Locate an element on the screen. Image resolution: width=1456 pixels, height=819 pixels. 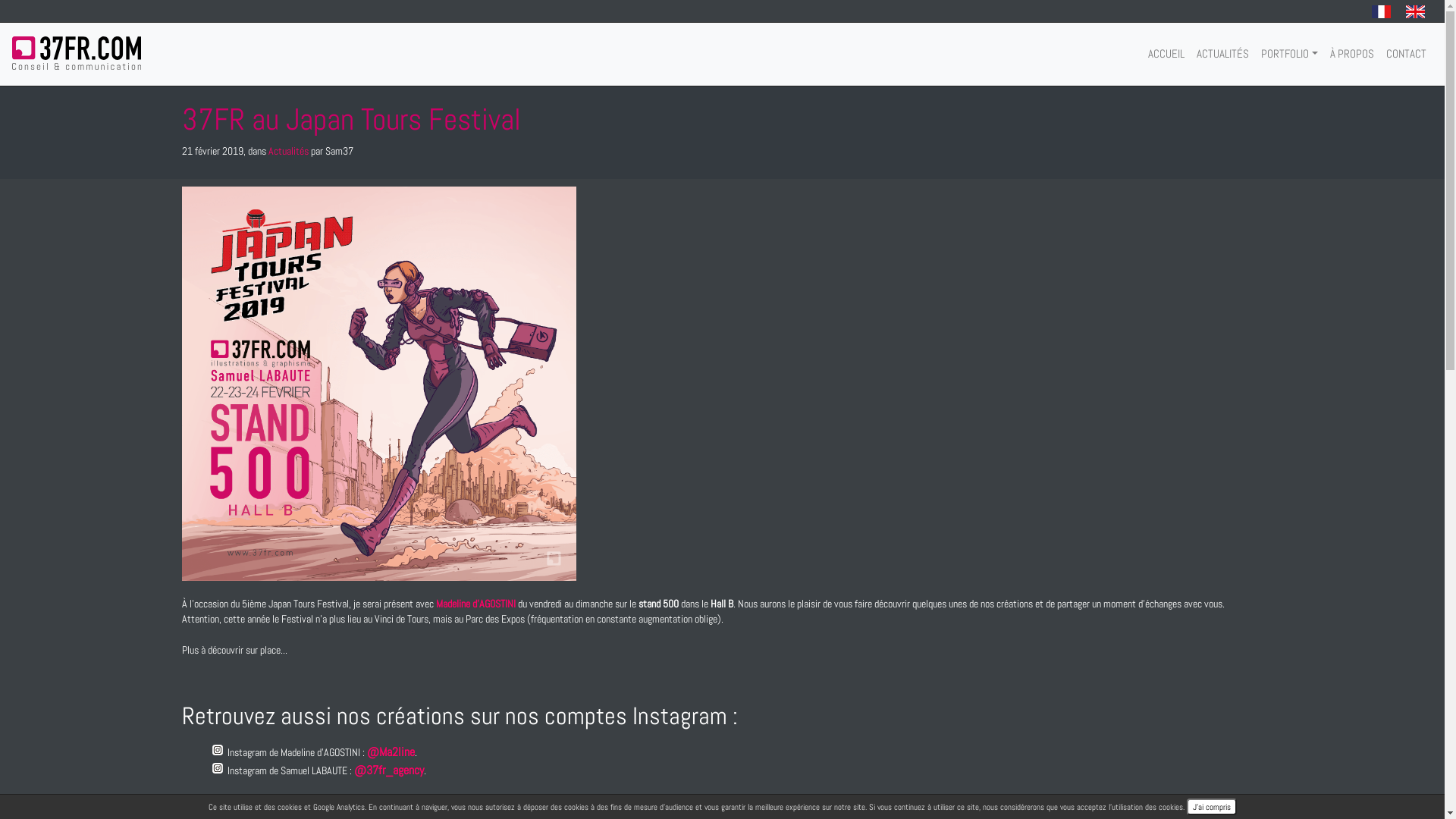
'ACCUEIL' is located at coordinates (1165, 52).